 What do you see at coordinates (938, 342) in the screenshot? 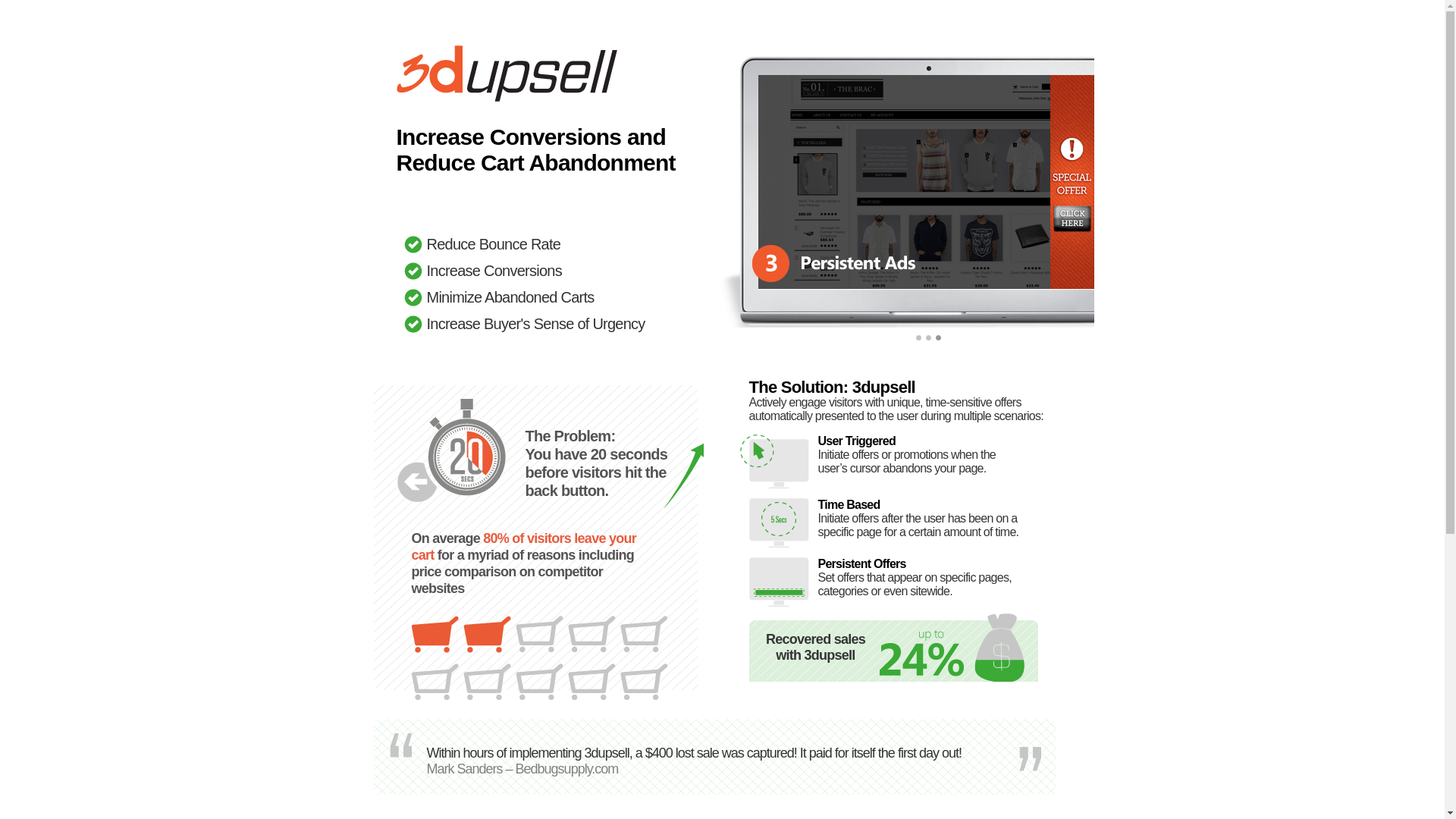
I see `'3'` at bounding box center [938, 342].